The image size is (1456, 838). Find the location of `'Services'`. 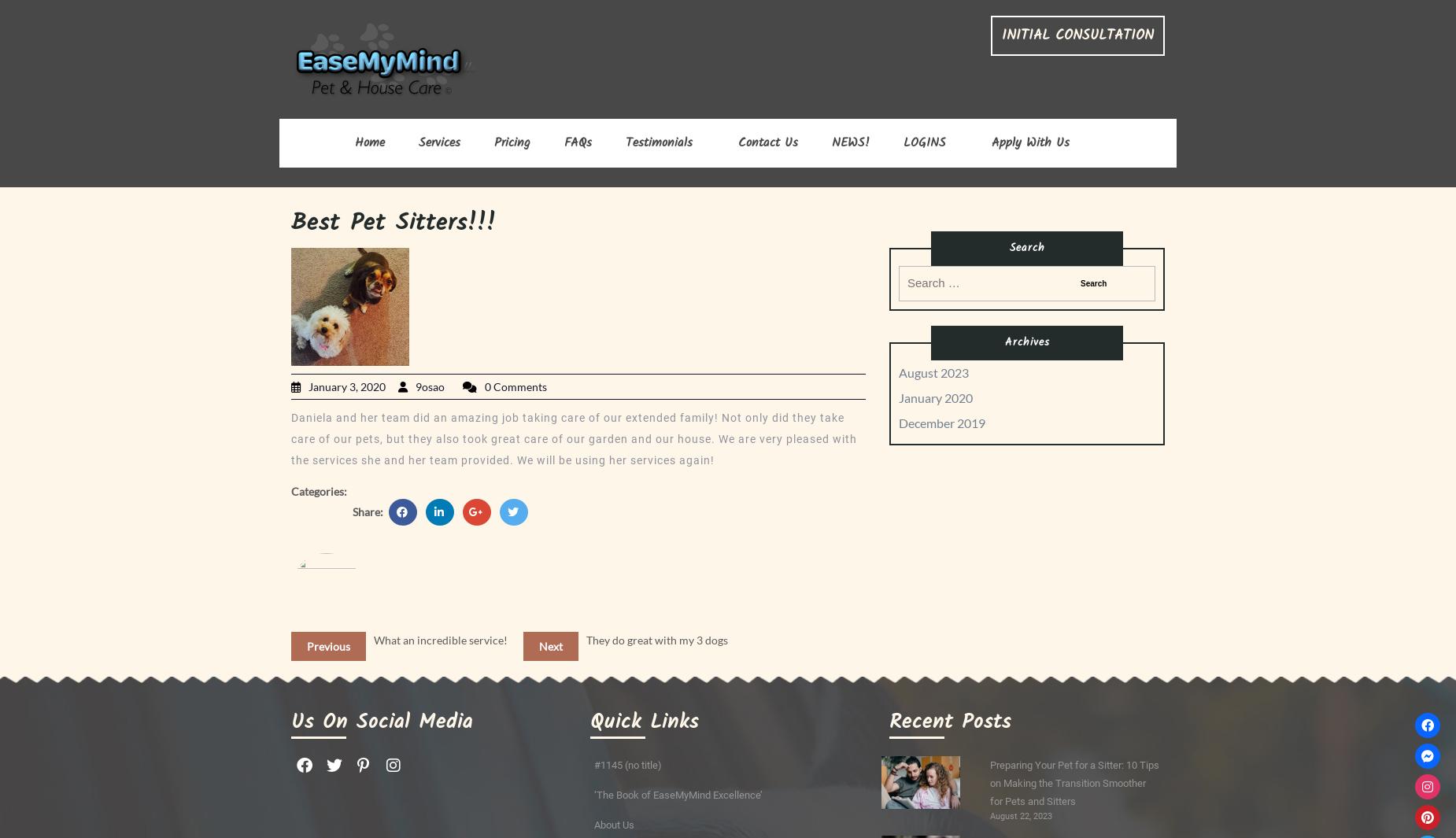

'Services' is located at coordinates (439, 142).